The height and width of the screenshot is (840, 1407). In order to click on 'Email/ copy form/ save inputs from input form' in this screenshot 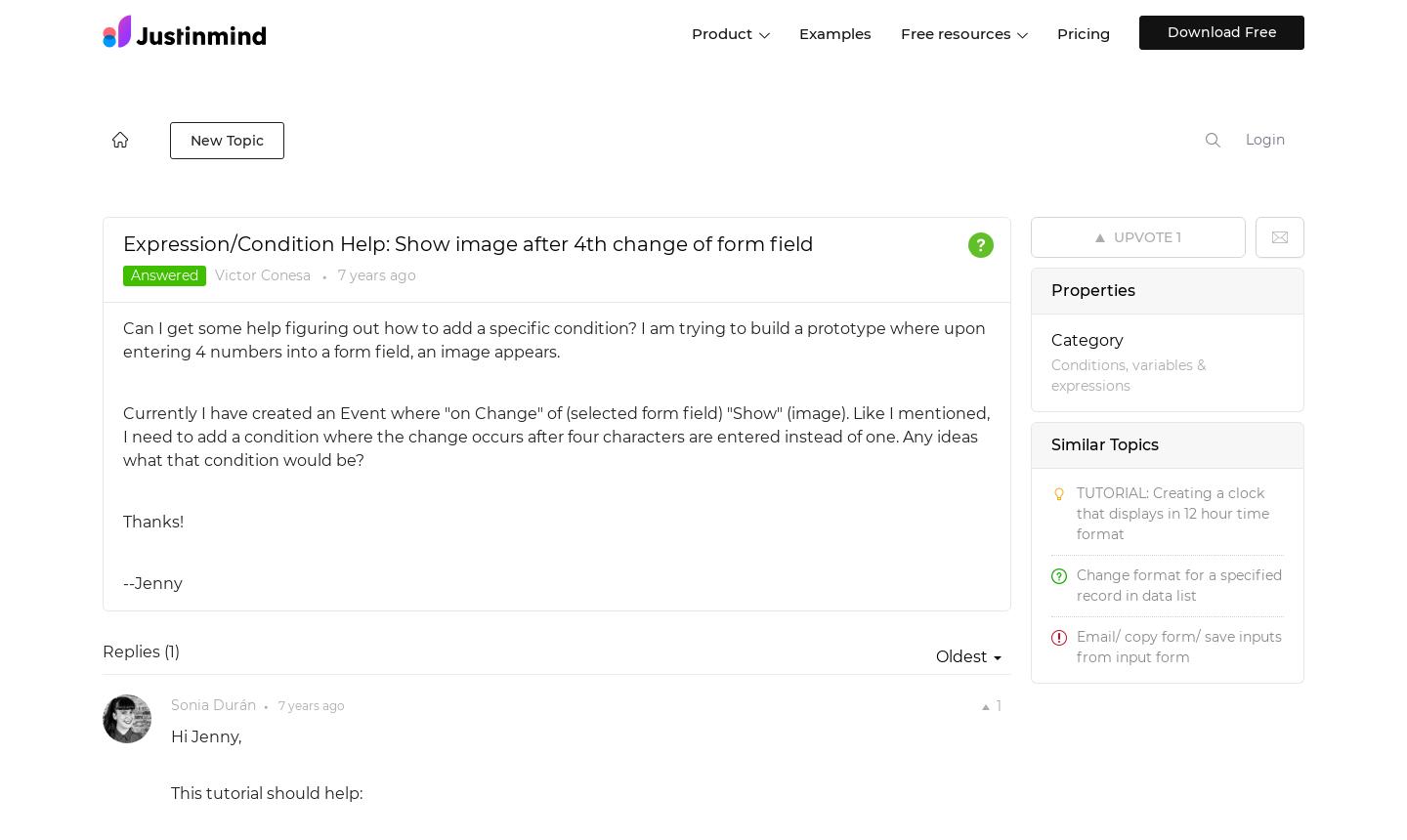, I will do `click(1178, 647)`.